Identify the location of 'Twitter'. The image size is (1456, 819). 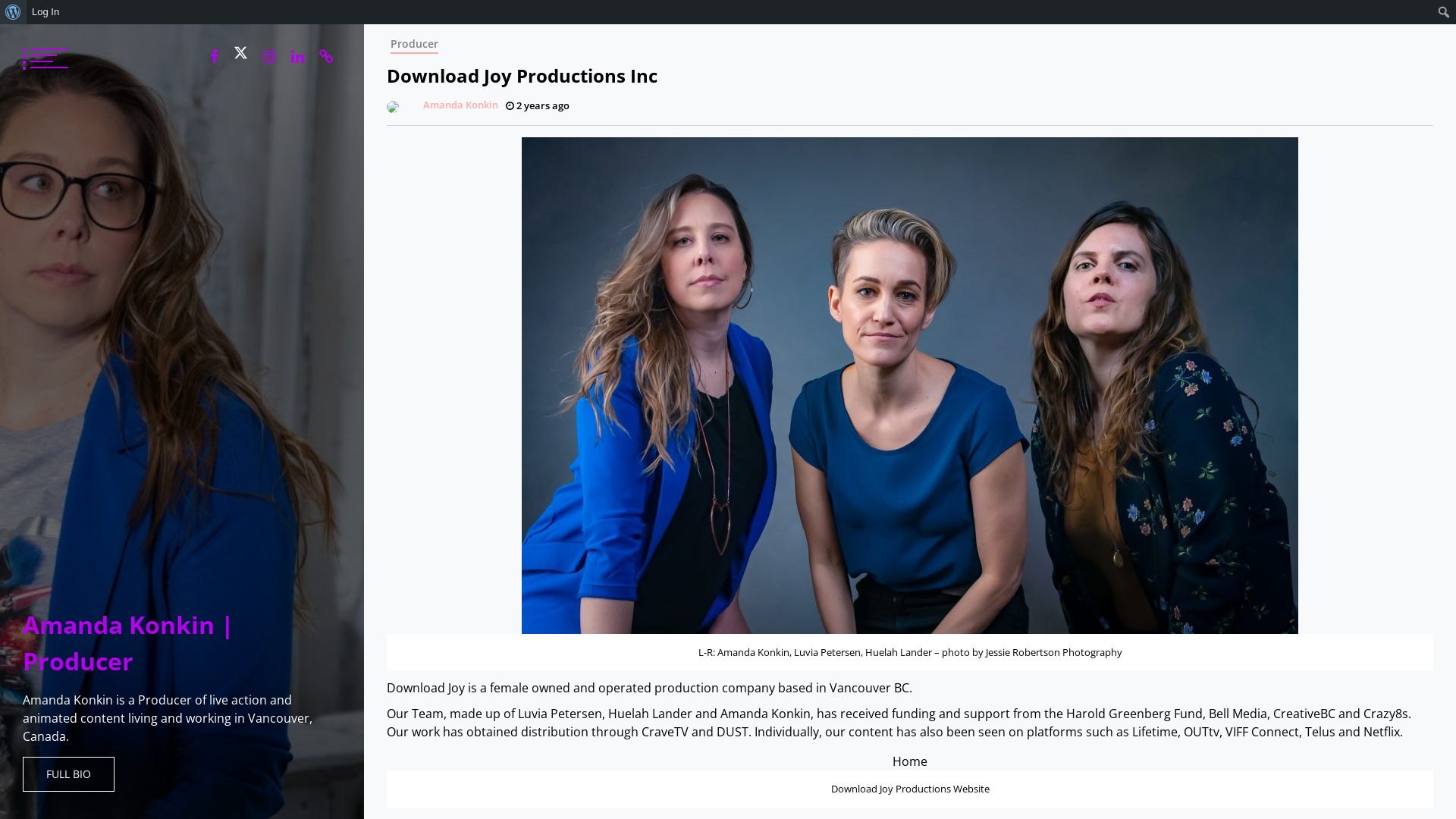
(240, 52).